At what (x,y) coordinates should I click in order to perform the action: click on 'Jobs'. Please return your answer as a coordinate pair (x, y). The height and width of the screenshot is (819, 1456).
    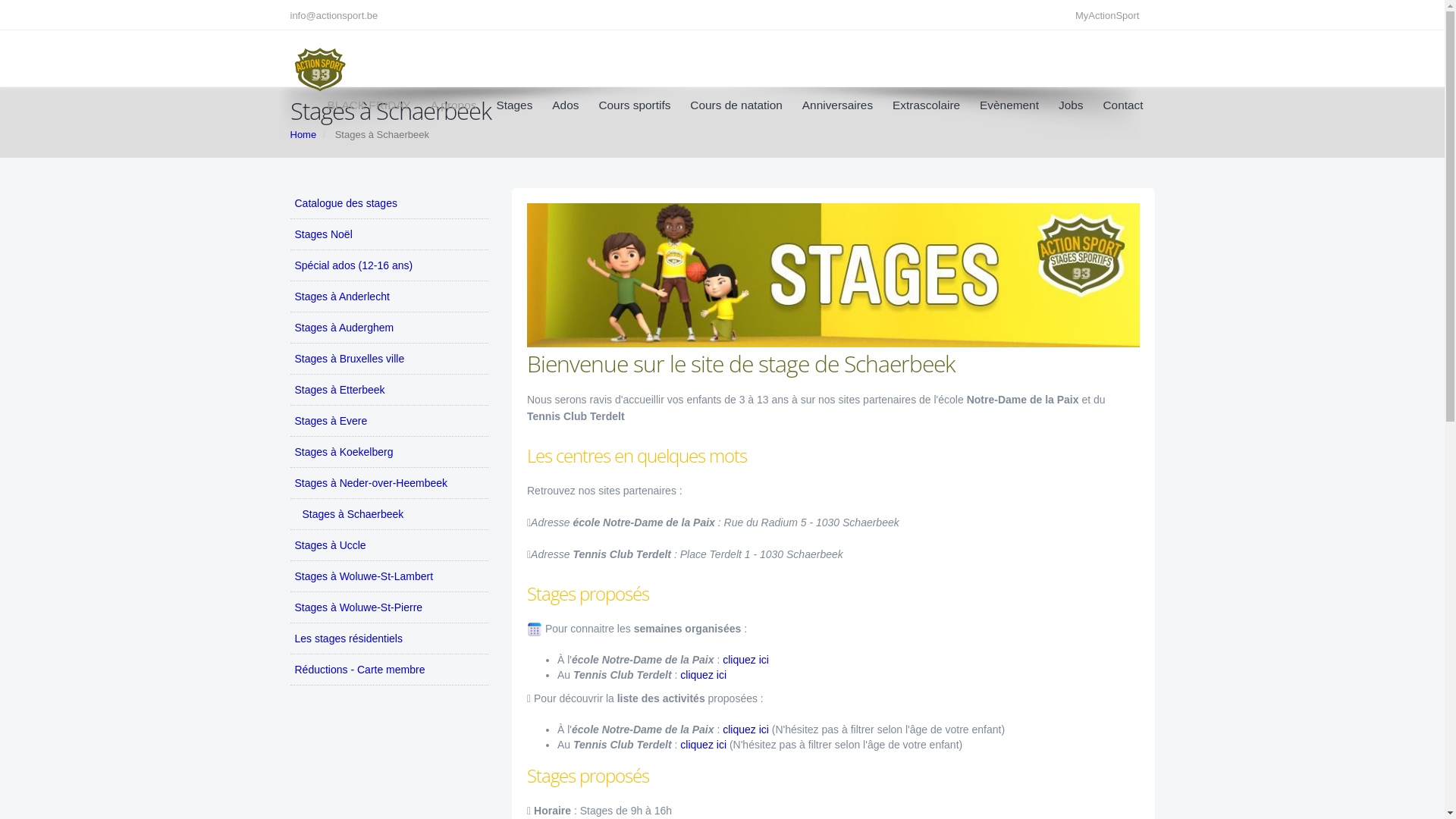
    Looking at the image, I should click on (1070, 104).